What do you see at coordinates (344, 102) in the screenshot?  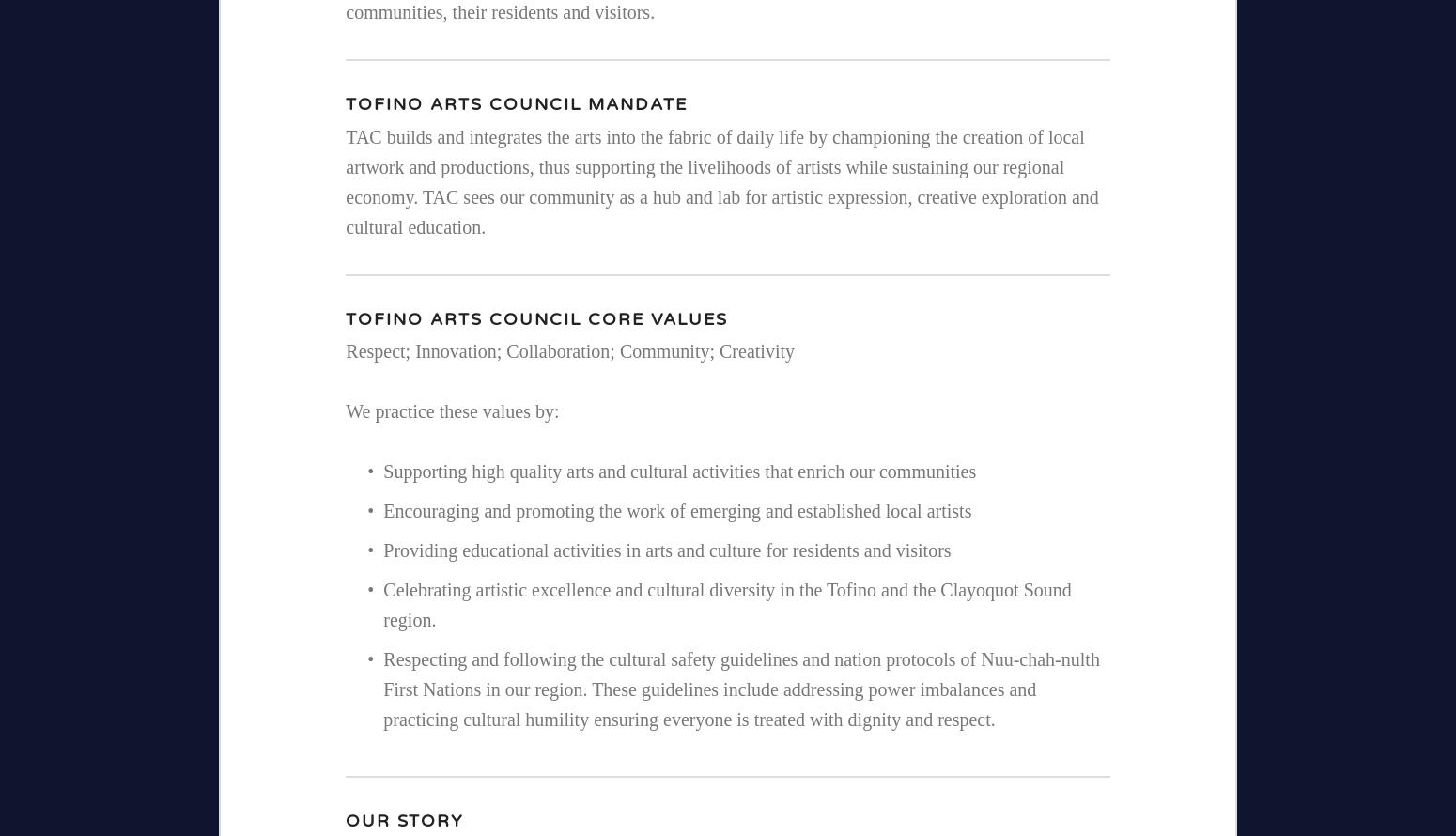 I see `'Tofino Arts Council Mandate'` at bounding box center [344, 102].